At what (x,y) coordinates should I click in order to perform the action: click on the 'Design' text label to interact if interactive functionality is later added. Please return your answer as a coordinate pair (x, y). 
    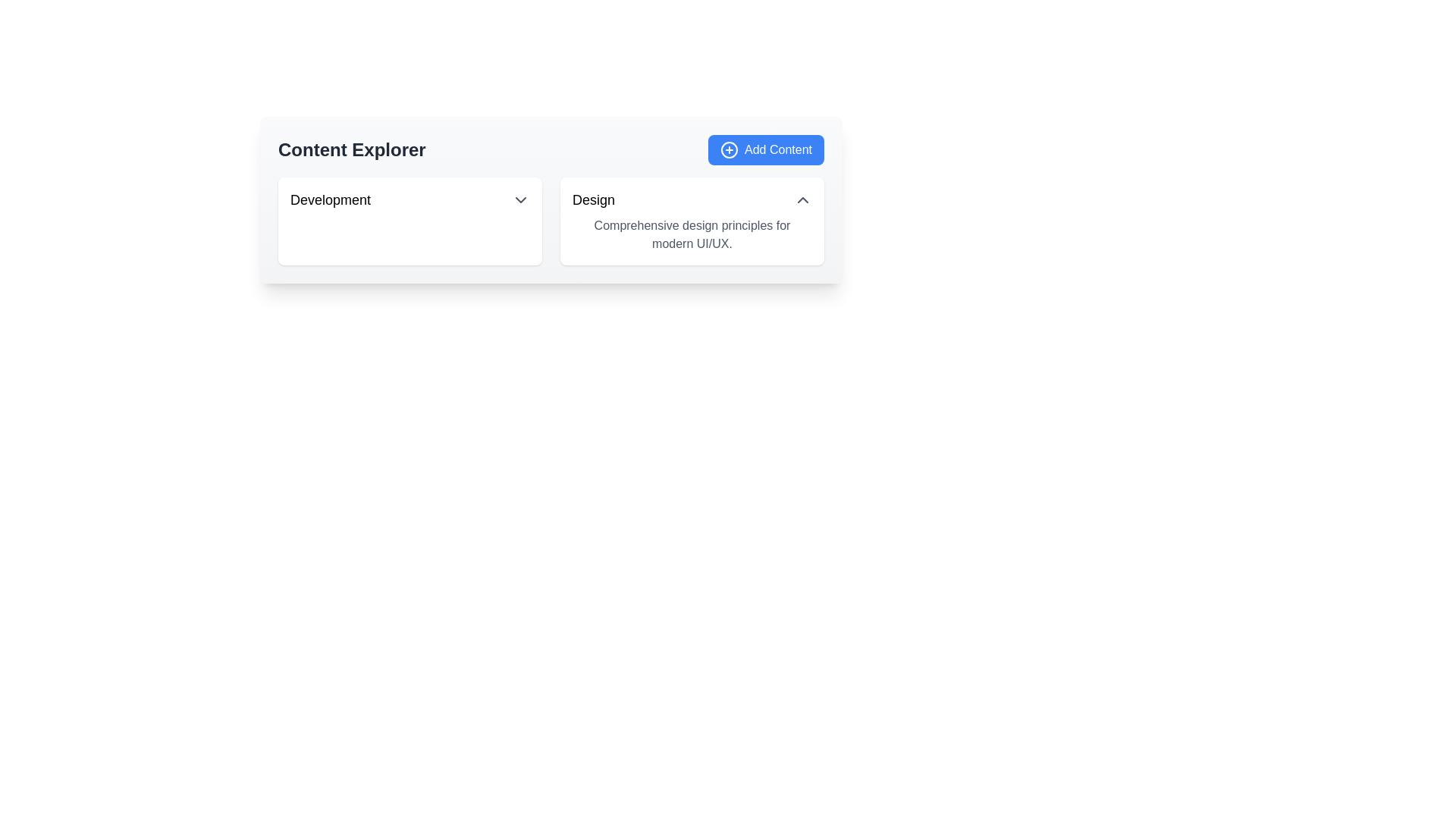
    Looking at the image, I should click on (592, 199).